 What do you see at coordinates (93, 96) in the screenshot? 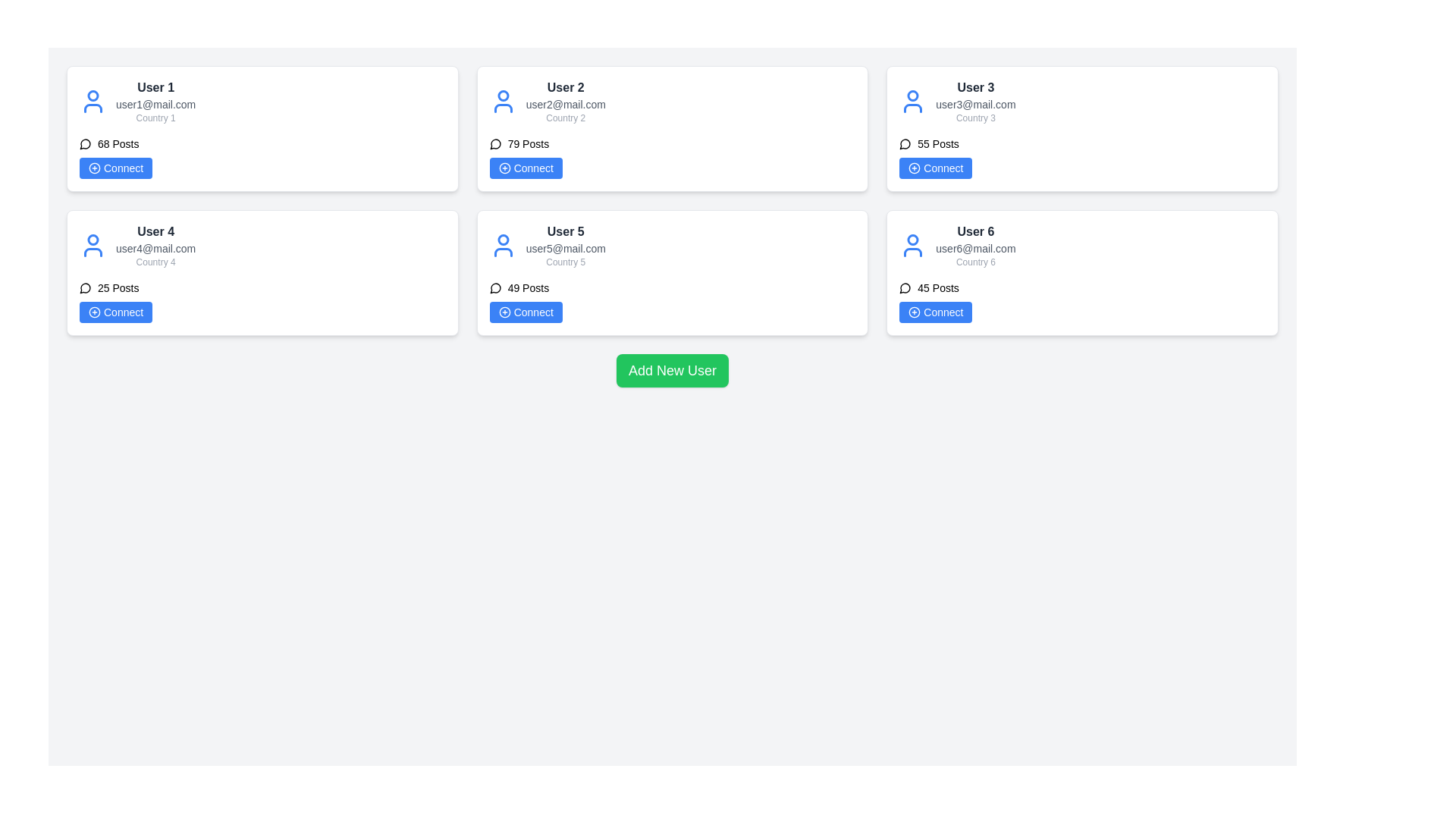
I see `the circular vector graphic representing the user's profile picture in the user card labeled 'User 1'` at bounding box center [93, 96].